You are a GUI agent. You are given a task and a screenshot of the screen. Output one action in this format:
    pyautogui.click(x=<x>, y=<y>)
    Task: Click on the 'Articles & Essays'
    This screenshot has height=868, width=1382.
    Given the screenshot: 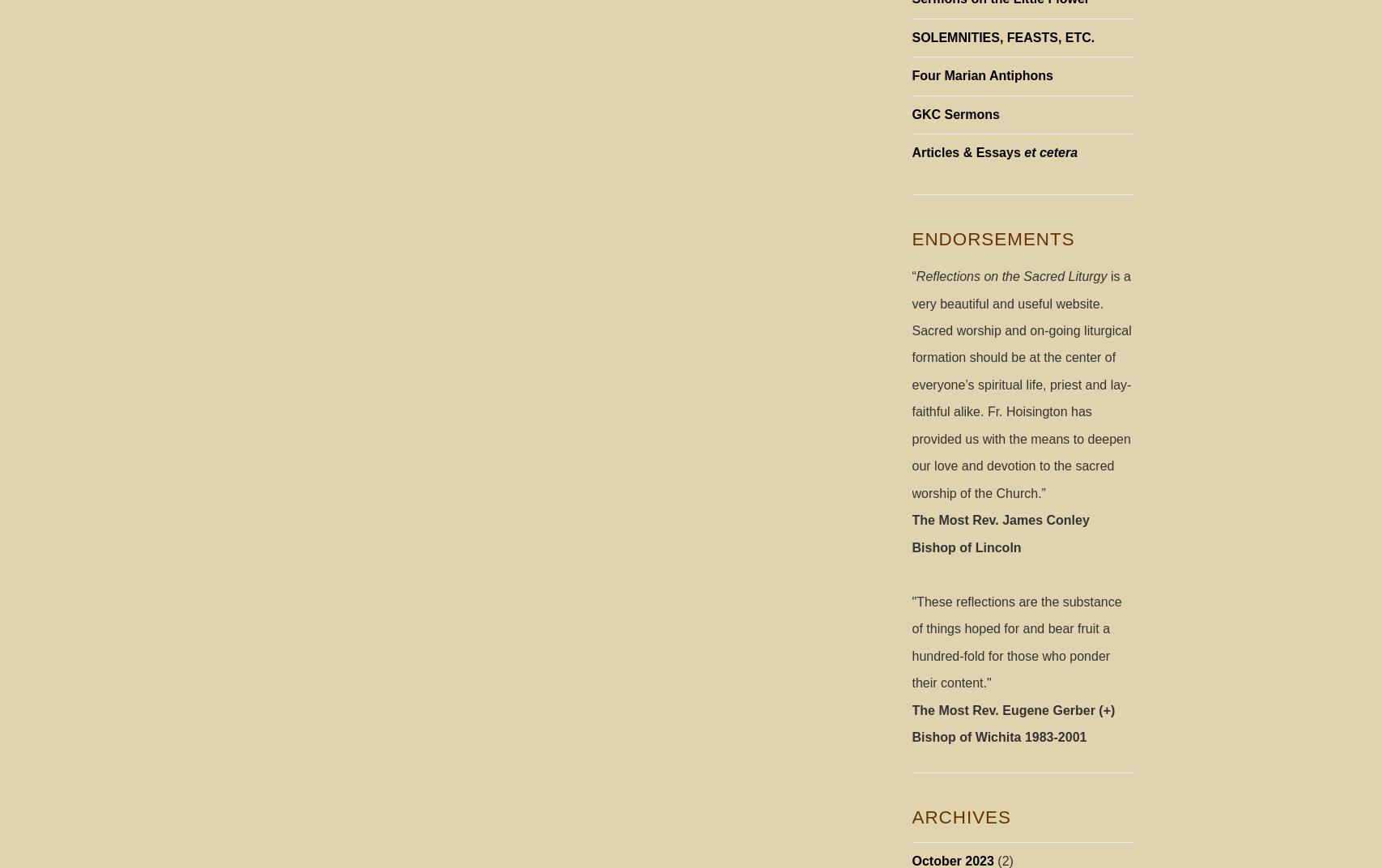 What is the action you would take?
    pyautogui.click(x=967, y=151)
    